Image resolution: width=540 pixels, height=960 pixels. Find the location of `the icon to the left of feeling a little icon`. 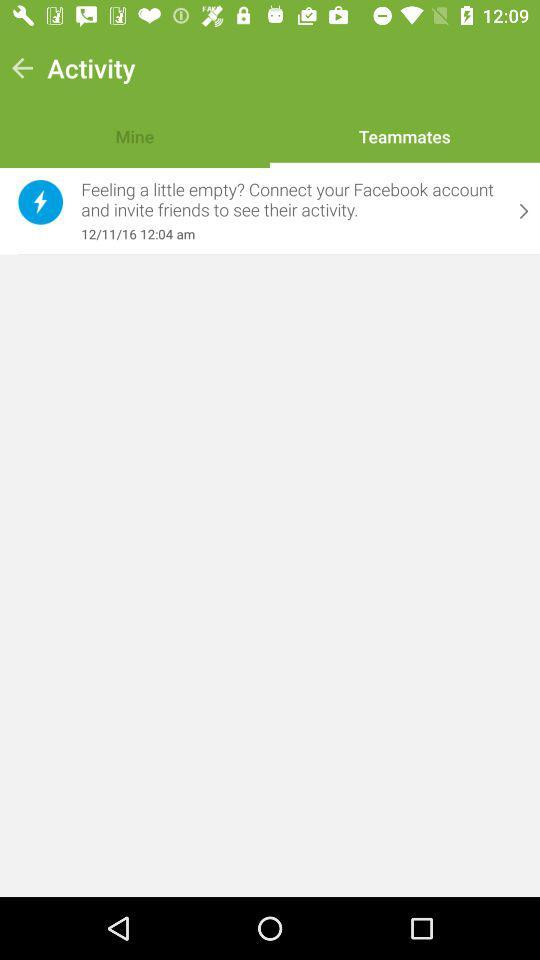

the icon to the left of feeling a little icon is located at coordinates (40, 202).